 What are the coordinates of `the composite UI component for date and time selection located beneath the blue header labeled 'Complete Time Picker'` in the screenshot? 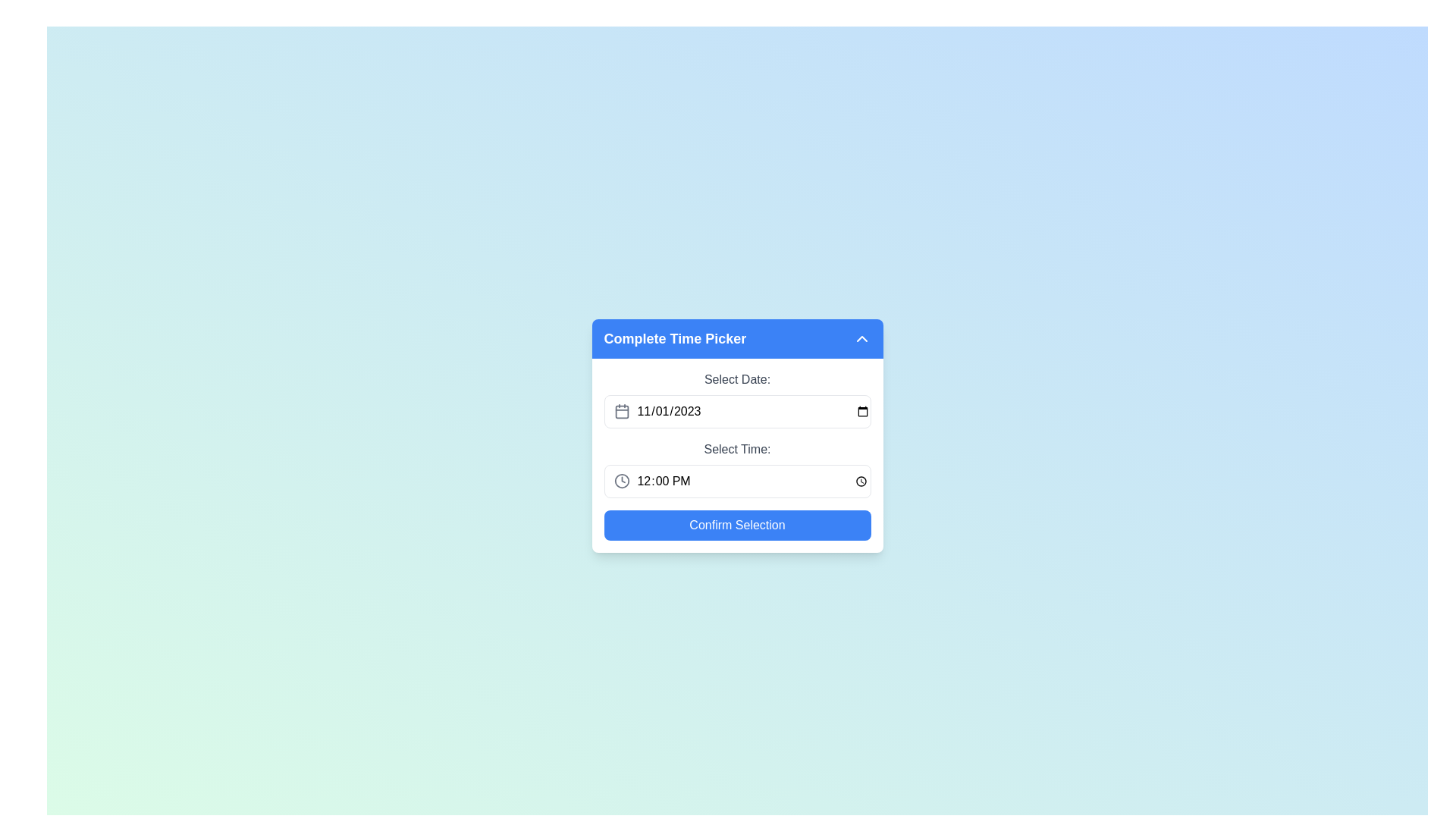 It's located at (737, 455).